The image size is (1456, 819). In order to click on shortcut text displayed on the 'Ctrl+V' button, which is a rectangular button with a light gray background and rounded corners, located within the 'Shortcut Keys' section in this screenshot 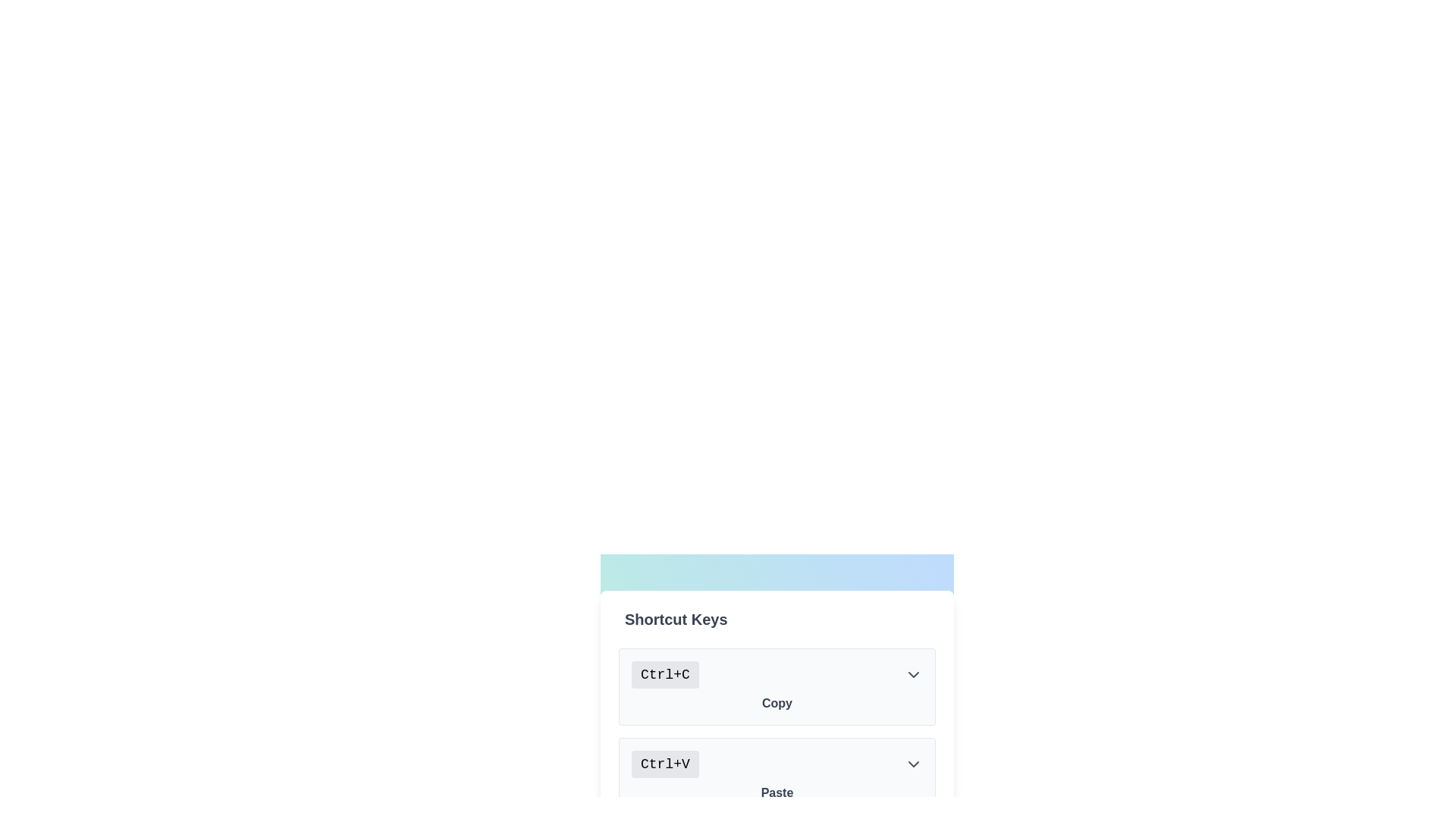, I will do `click(665, 764)`.